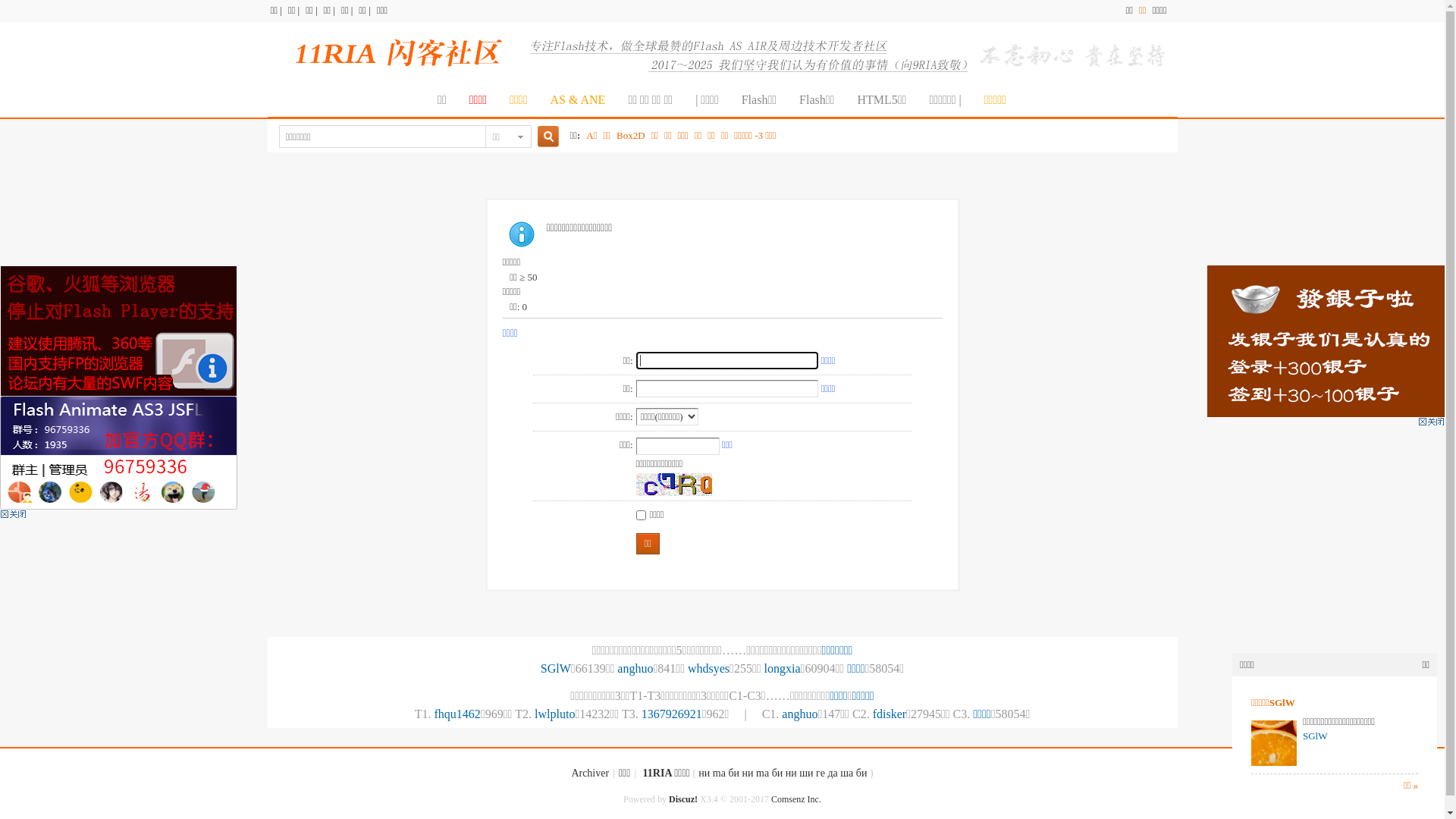  I want to click on '1367926921', so click(671, 714).